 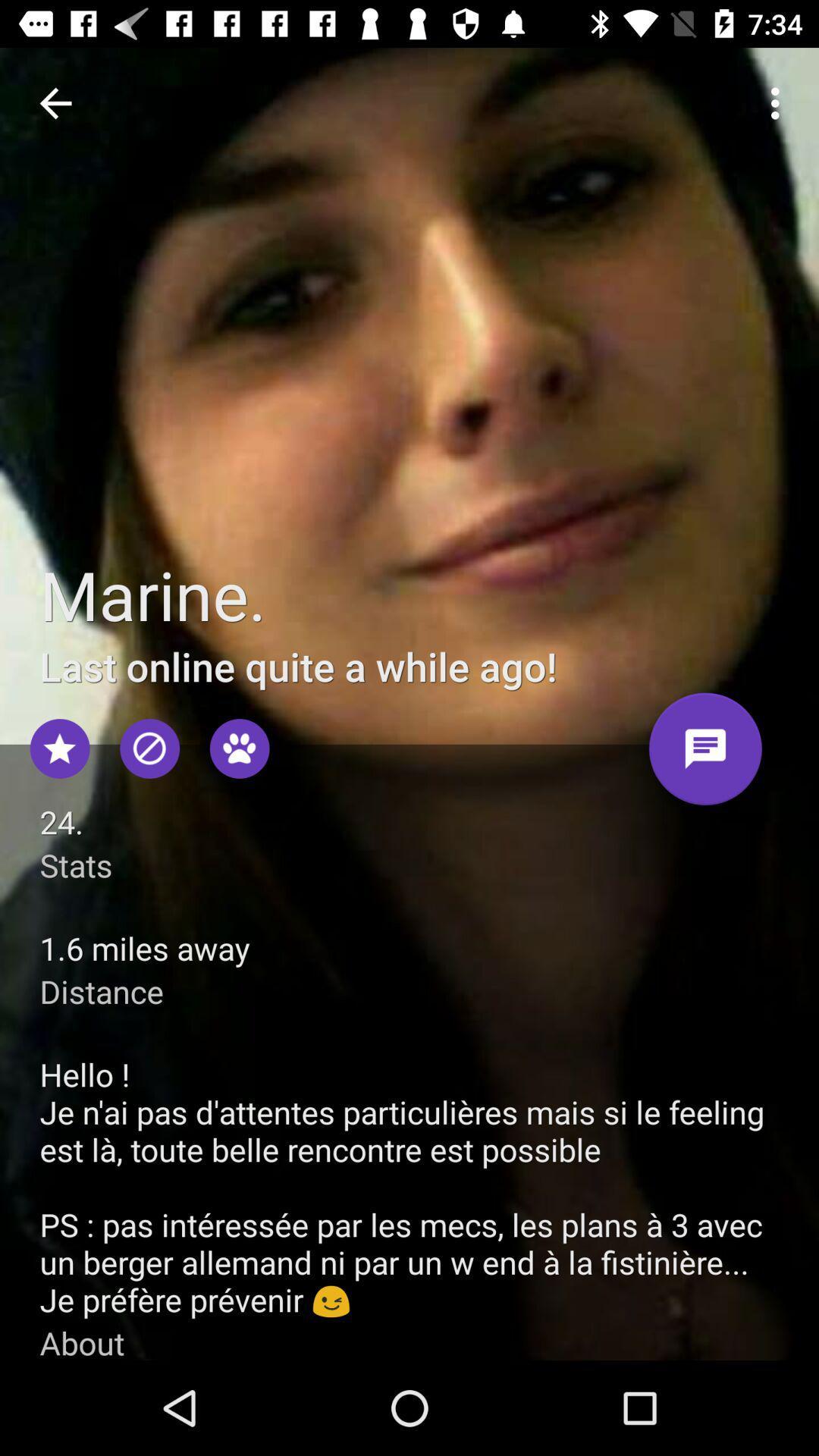 I want to click on the chat icon, so click(x=705, y=755).